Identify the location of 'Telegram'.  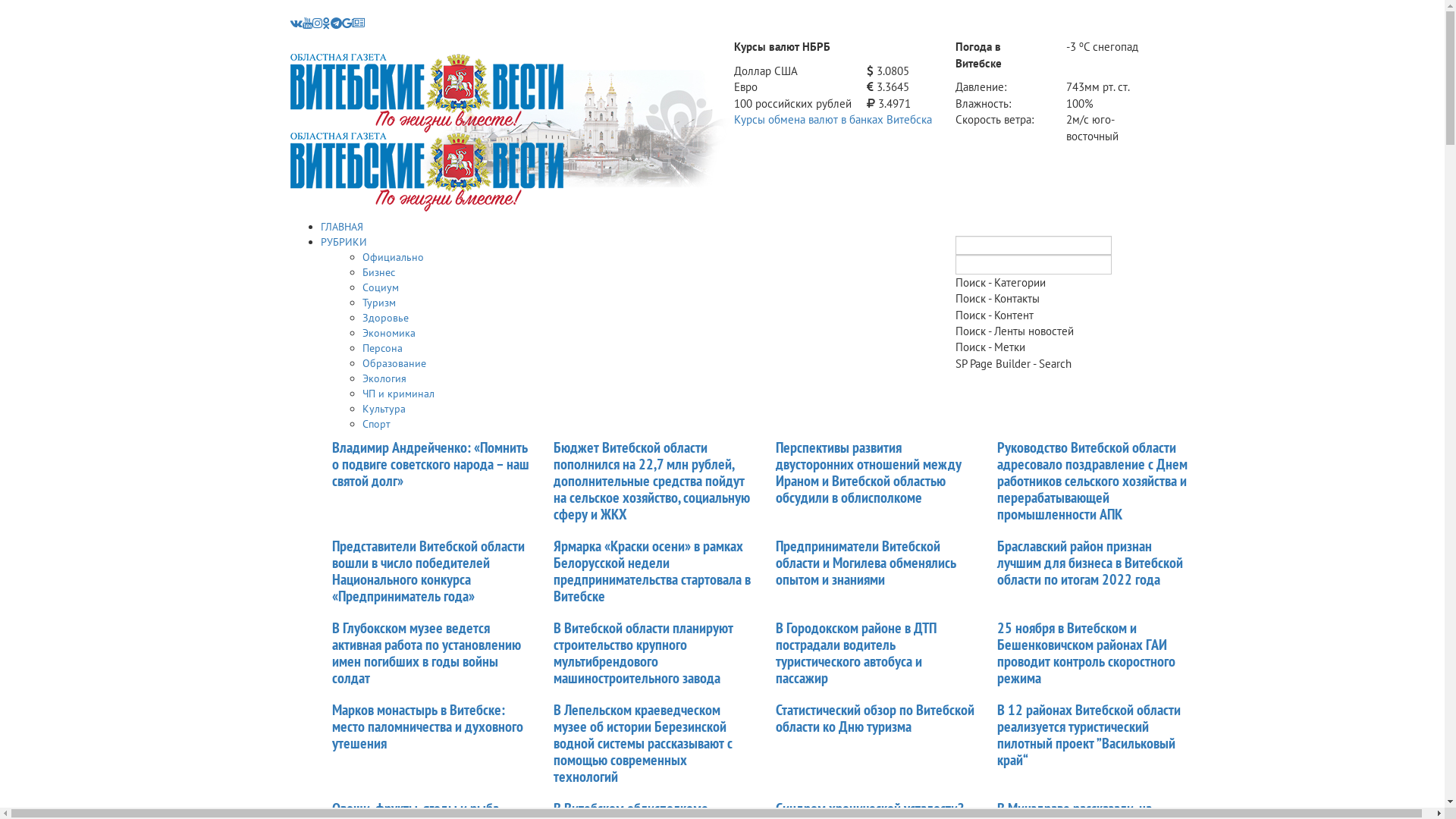
(335, 23).